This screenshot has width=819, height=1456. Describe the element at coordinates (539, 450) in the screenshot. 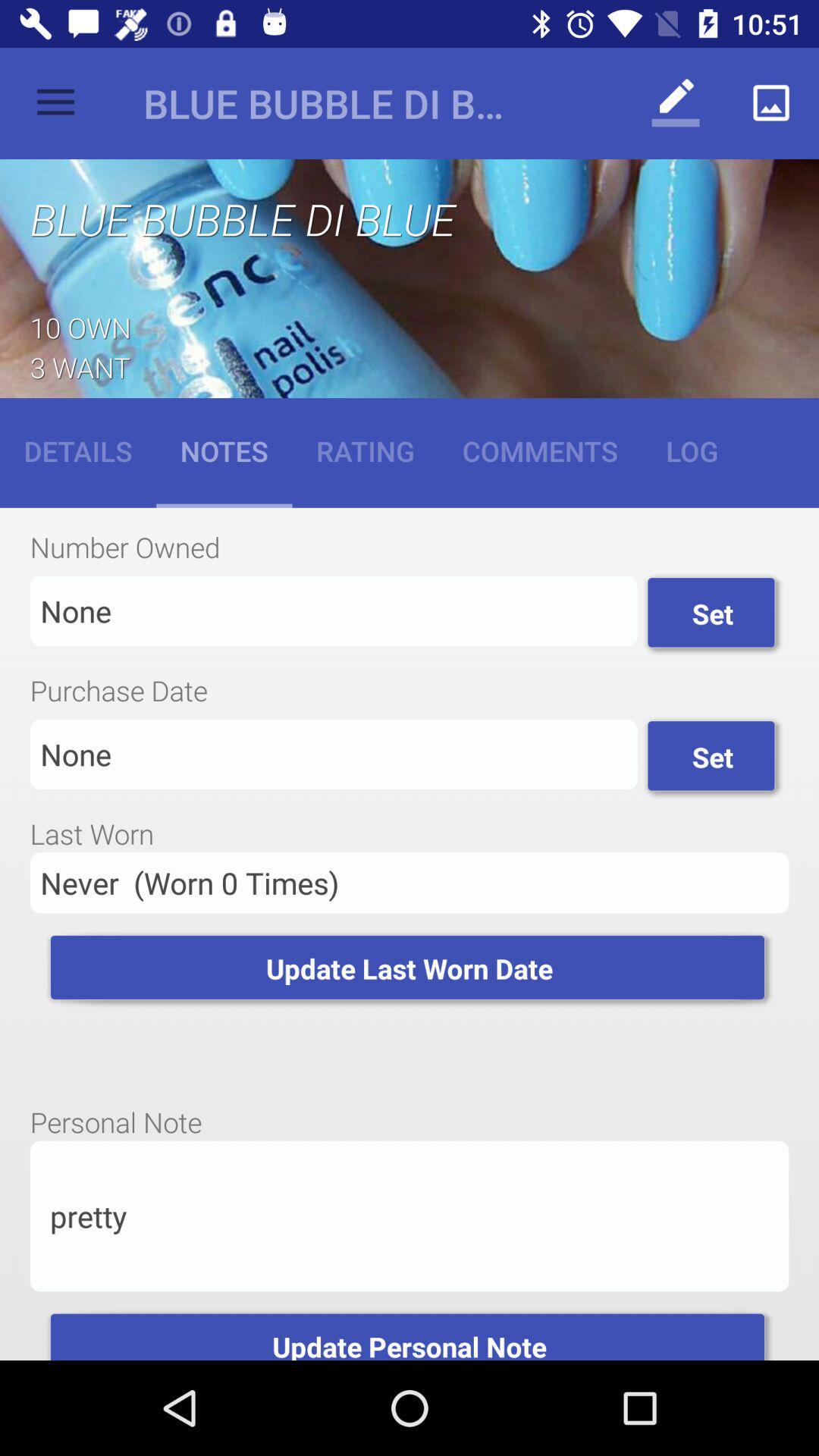

I see `item to the right of rating` at that location.